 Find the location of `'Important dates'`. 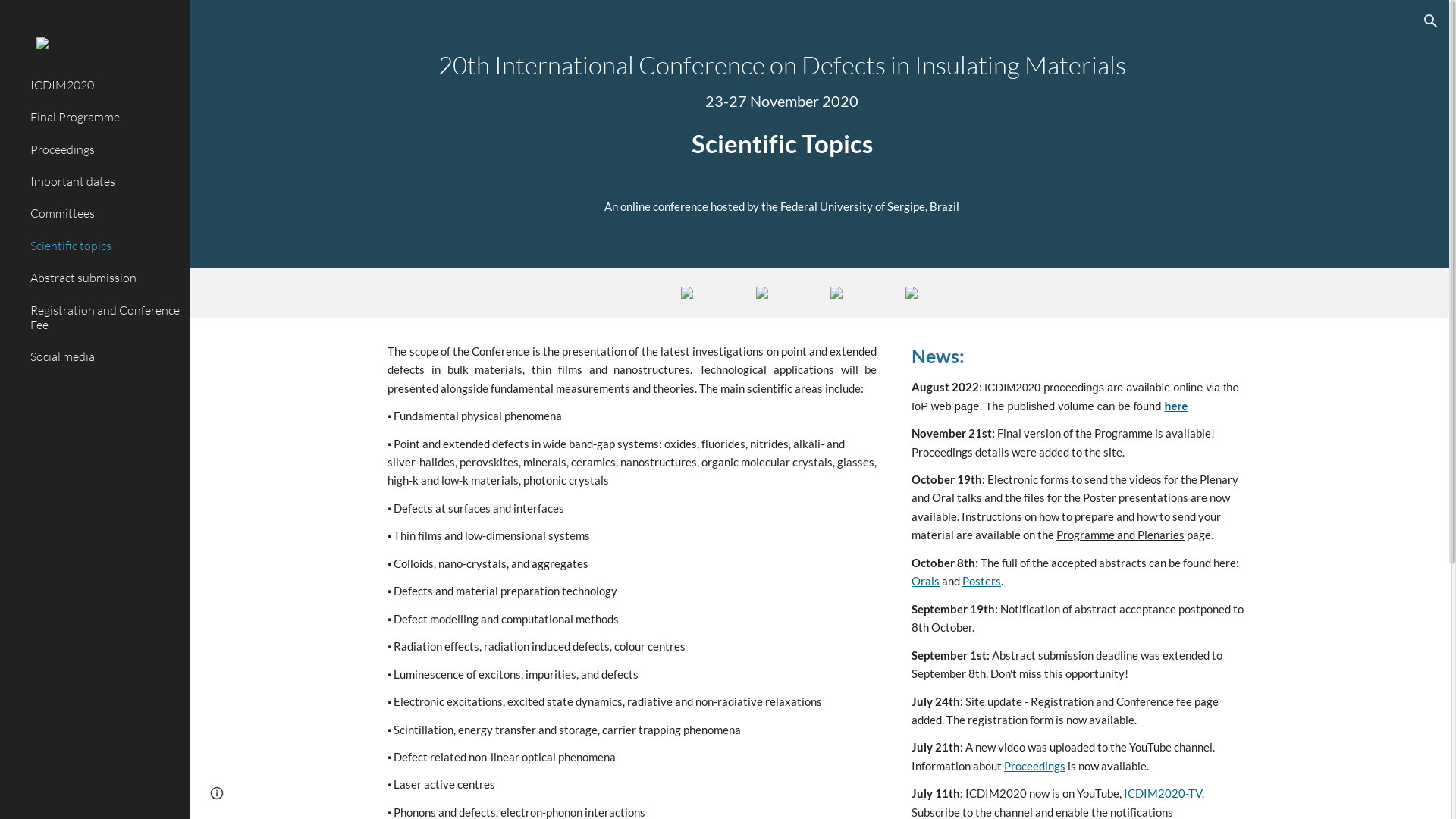

'Important dates' is located at coordinates (103, 180).